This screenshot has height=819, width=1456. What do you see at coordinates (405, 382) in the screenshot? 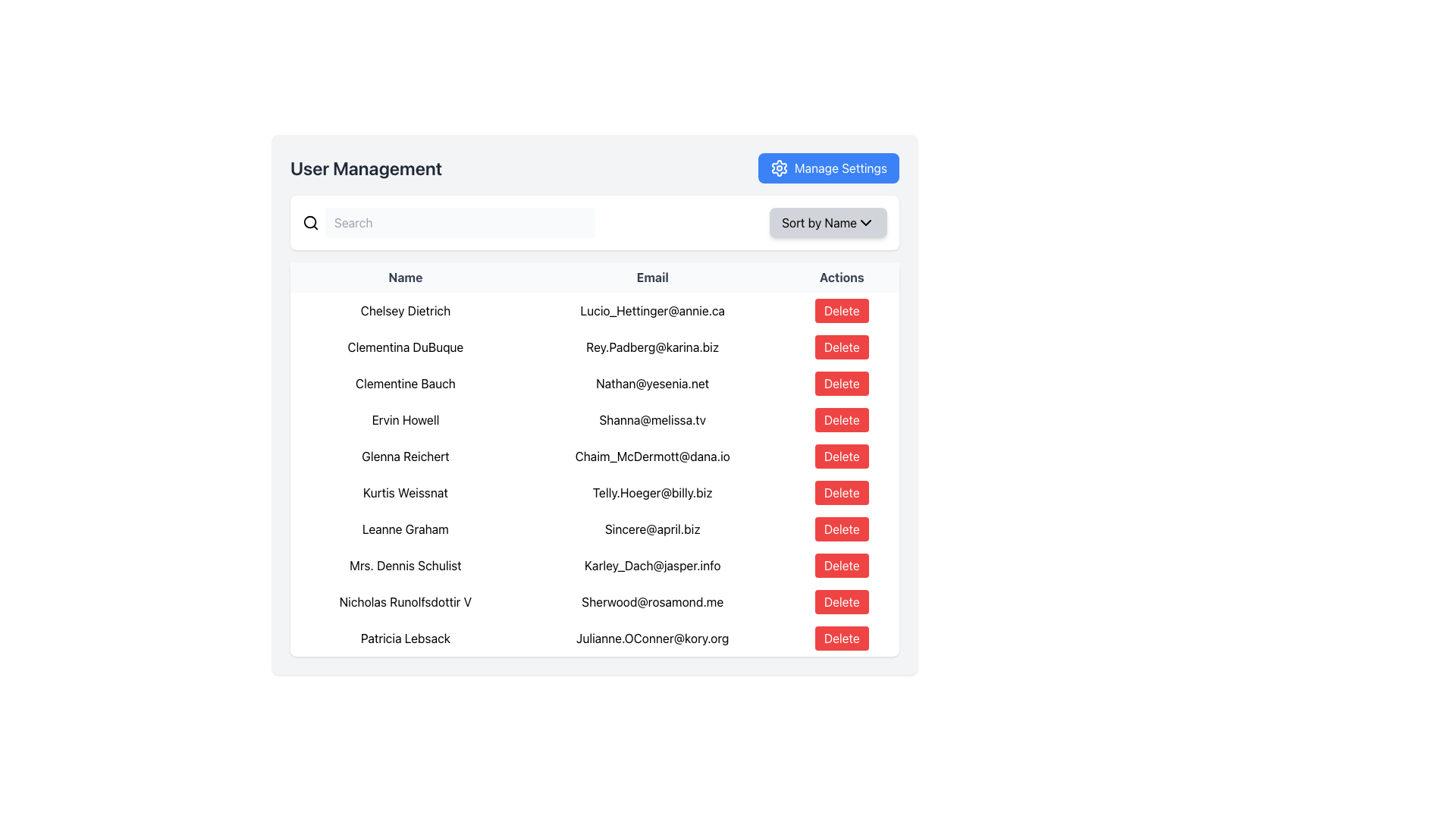
I see `the text label 'Clementine Bauch' located in the third row of the 'Name' column of the table` at bounding box center [405, 382].